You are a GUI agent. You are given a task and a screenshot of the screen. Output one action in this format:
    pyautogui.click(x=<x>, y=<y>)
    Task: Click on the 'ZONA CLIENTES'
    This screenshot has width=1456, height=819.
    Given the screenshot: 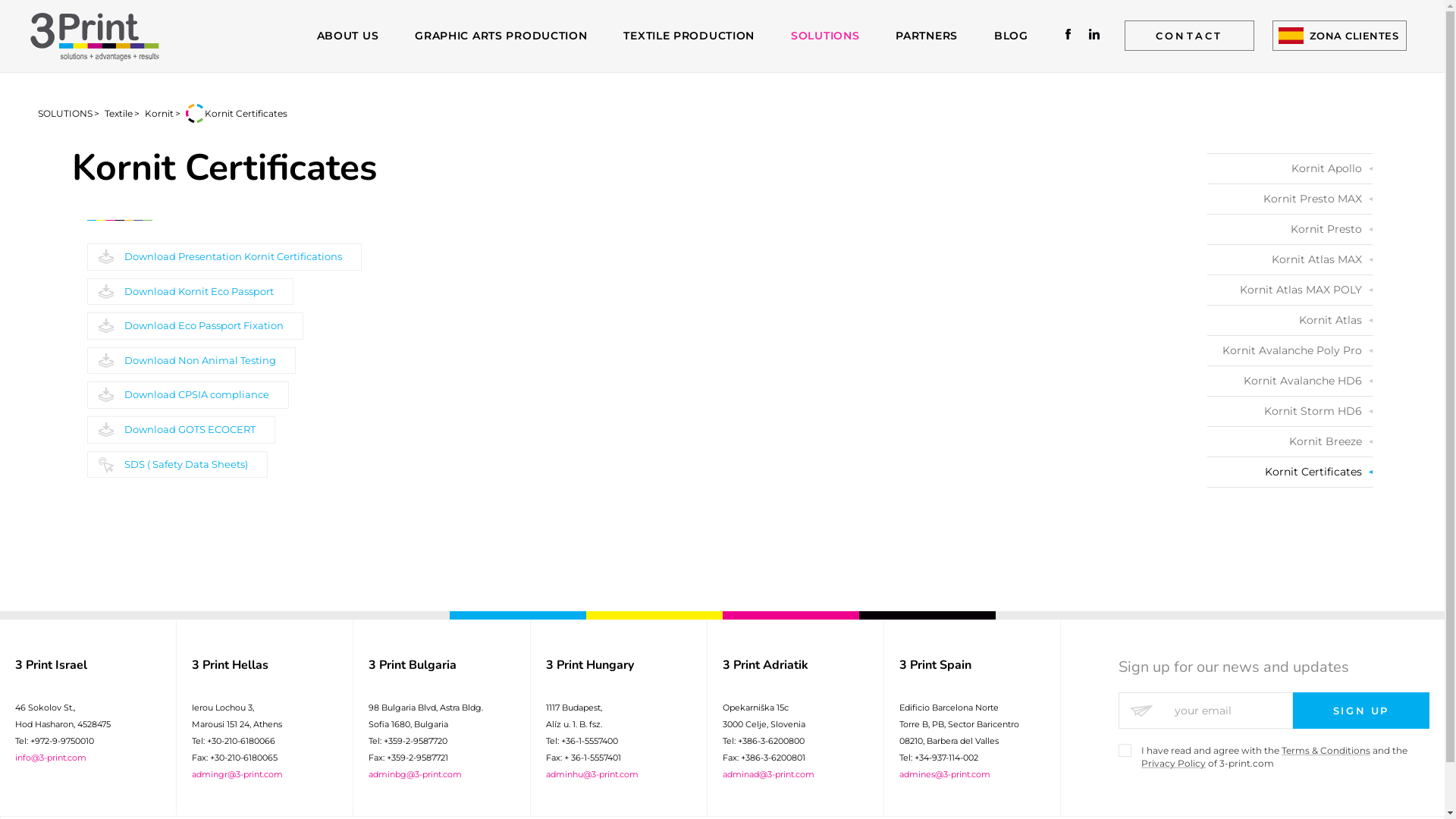 What is the action you would take?
    pyautogui.click(x=1272, y=34)
    